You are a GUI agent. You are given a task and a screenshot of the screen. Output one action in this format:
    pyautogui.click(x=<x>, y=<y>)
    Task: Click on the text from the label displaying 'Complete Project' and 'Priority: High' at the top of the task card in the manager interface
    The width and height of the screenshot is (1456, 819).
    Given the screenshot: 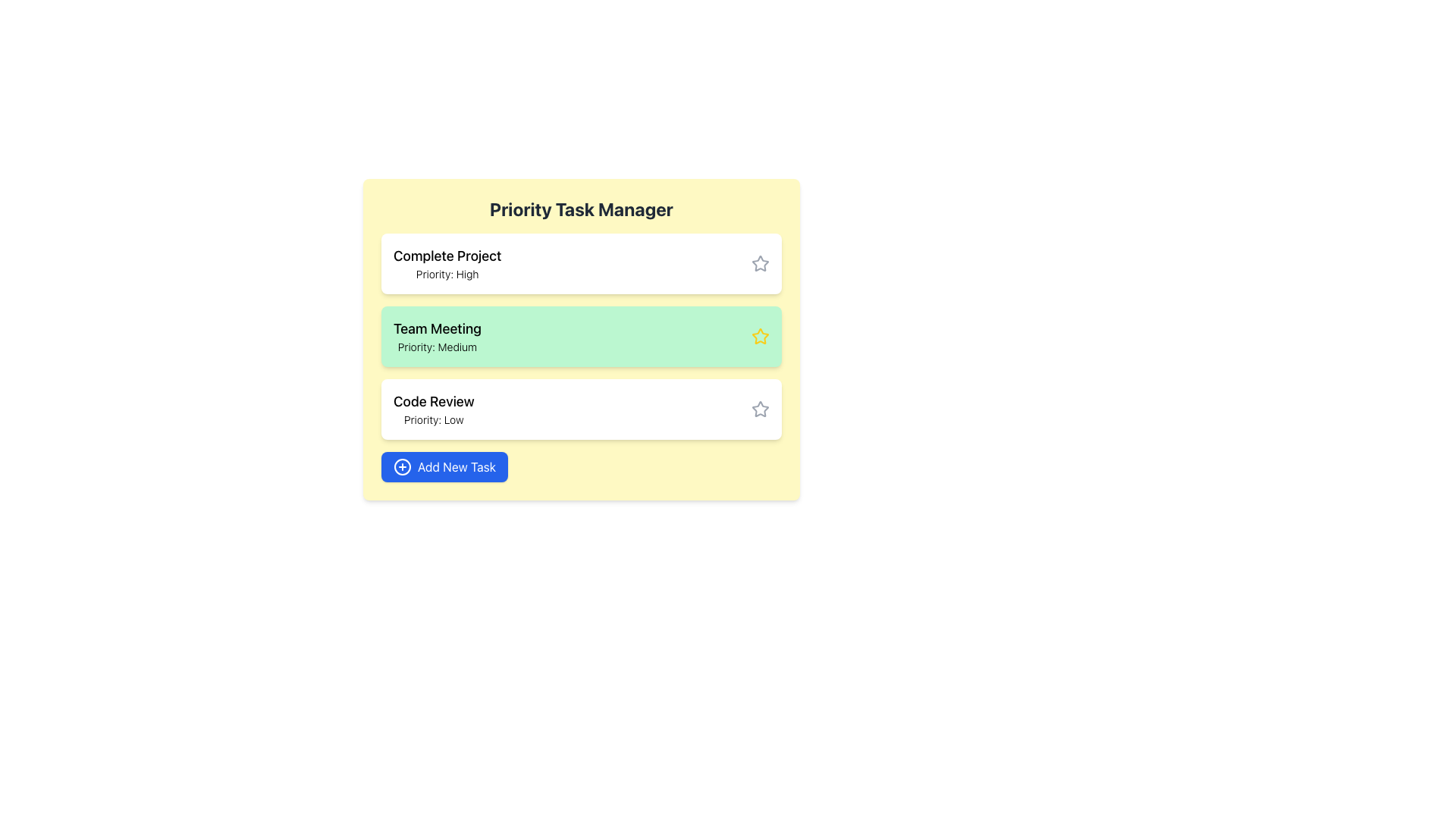 What is the action you would take?
    pyautogui.click(x=447, y=262)
    